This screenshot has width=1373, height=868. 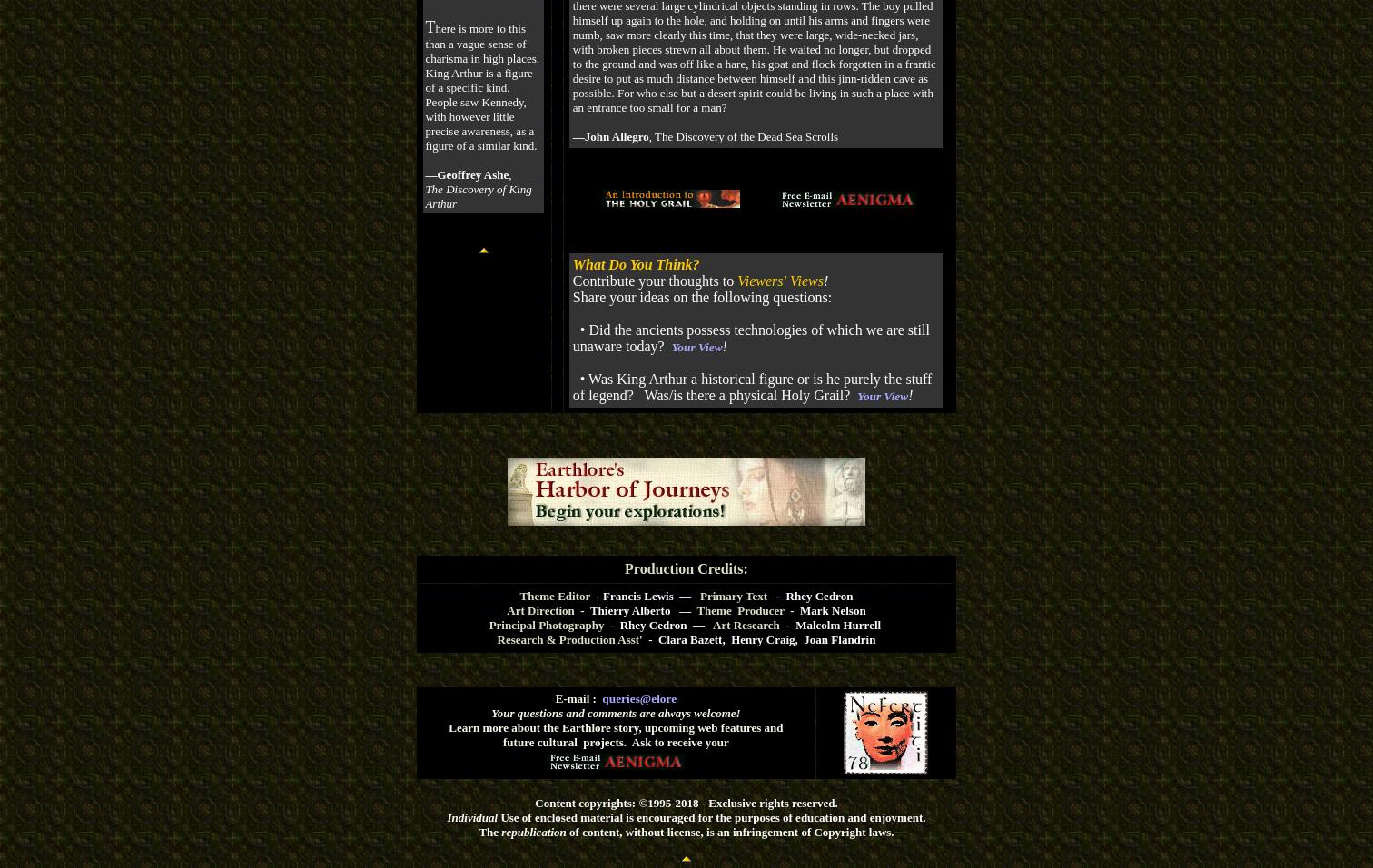 I want to click on 'Viewers' Views', so click(x=779, y=279).